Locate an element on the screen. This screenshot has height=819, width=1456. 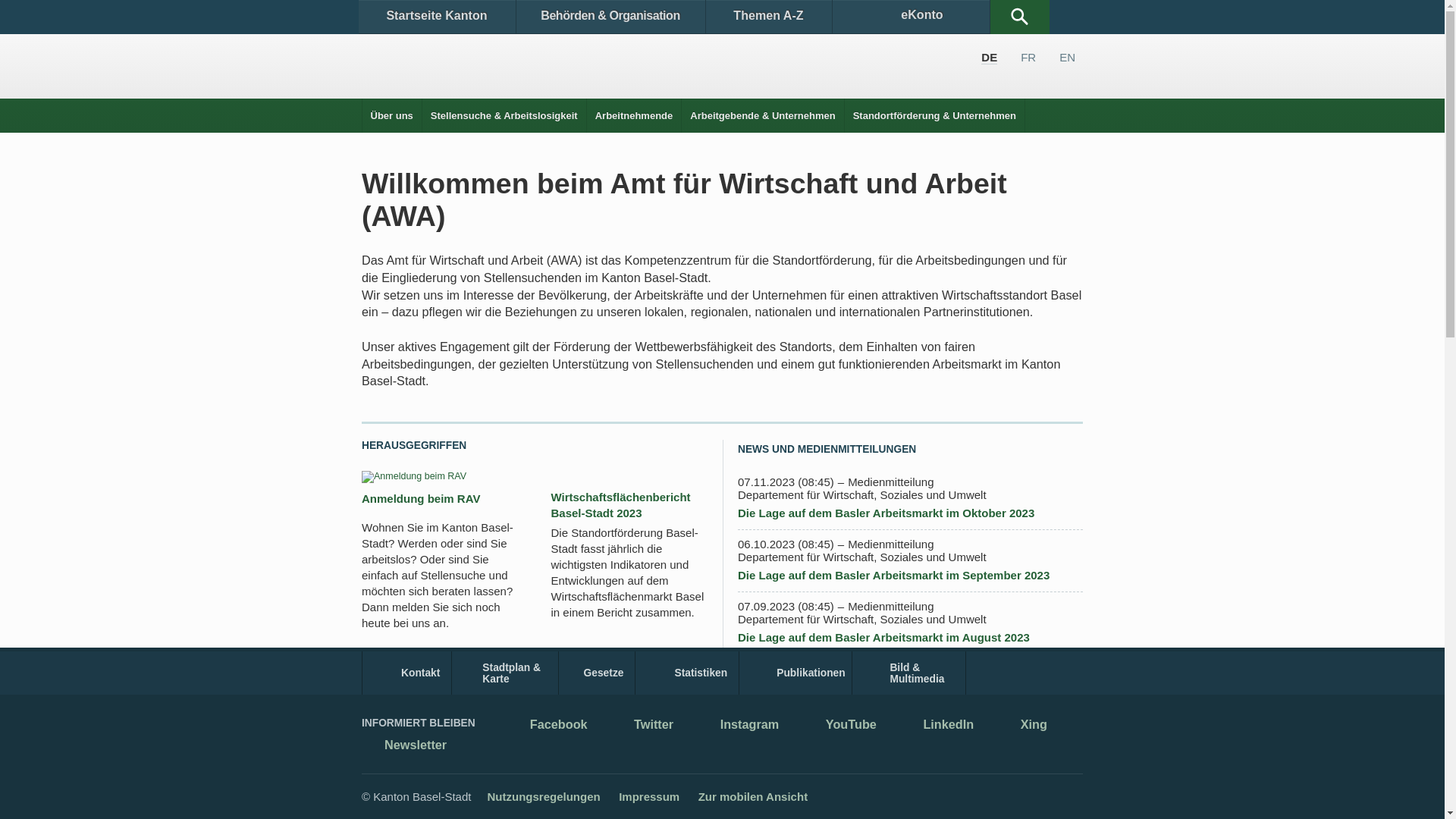
'Die Lage auf dem Basler Arbeitsmarkt im September 2023' is located at coordinates (893, 575).